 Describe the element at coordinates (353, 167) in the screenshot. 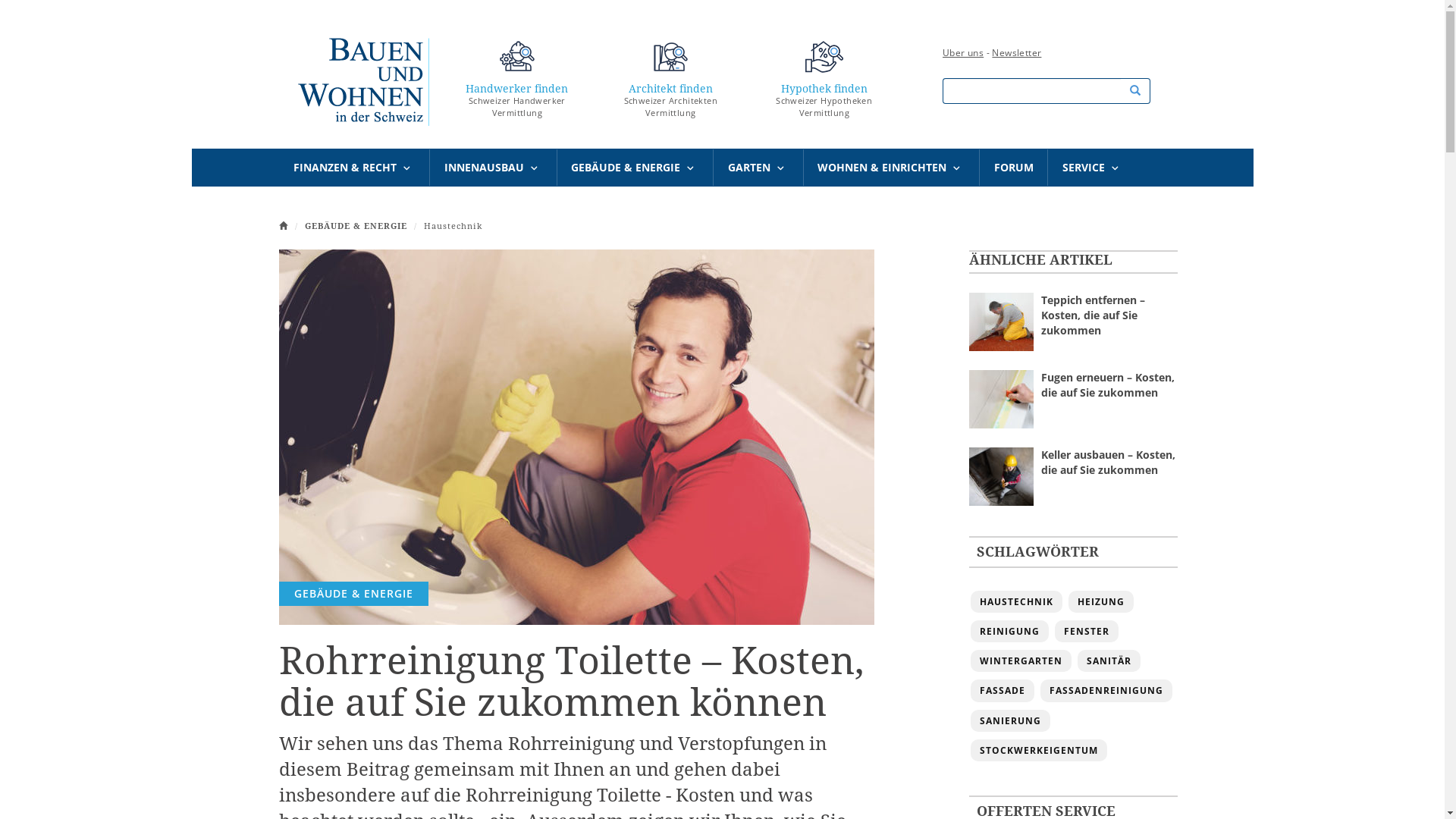

I see `'FINANZEN & RECHT'` at that location.